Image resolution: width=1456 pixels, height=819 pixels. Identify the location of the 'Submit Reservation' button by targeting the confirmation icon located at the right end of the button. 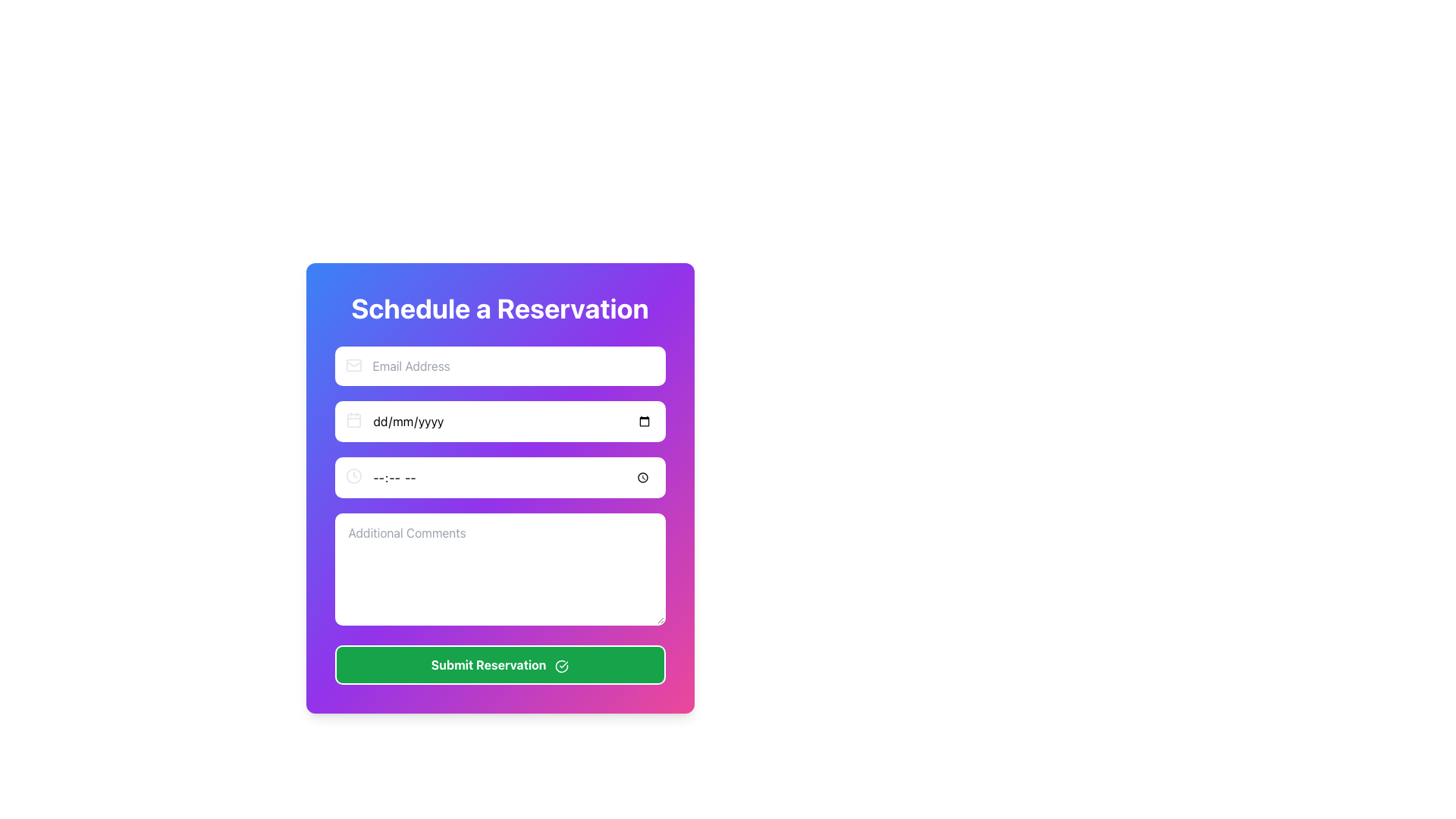
(561, 665).